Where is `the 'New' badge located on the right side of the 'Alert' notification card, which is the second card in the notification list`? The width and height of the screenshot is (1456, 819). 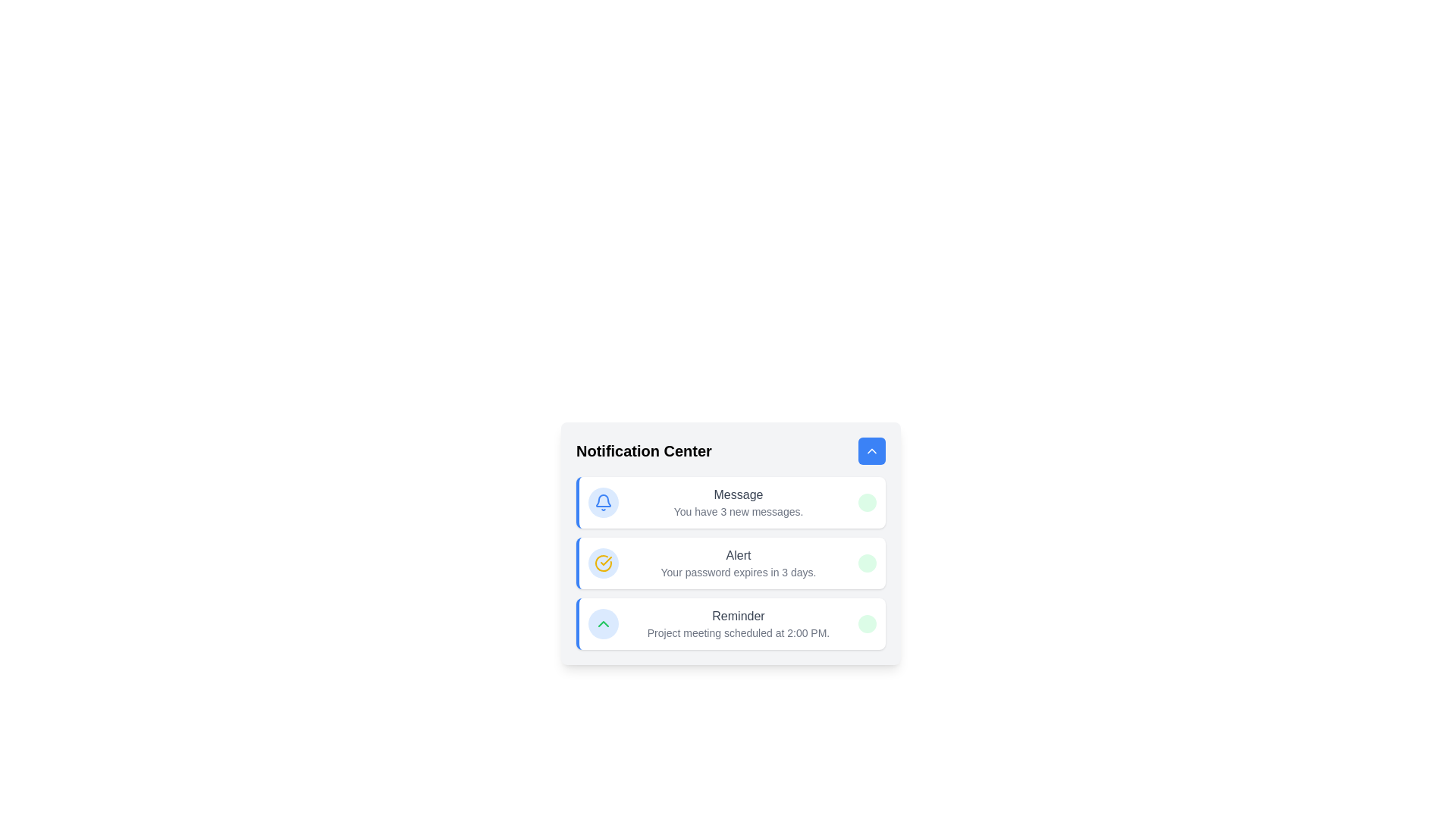 the 'New' badge located on the right side of the 'Alert' notification card, which is the second card in the notification list is located at coordinates (867, 563).